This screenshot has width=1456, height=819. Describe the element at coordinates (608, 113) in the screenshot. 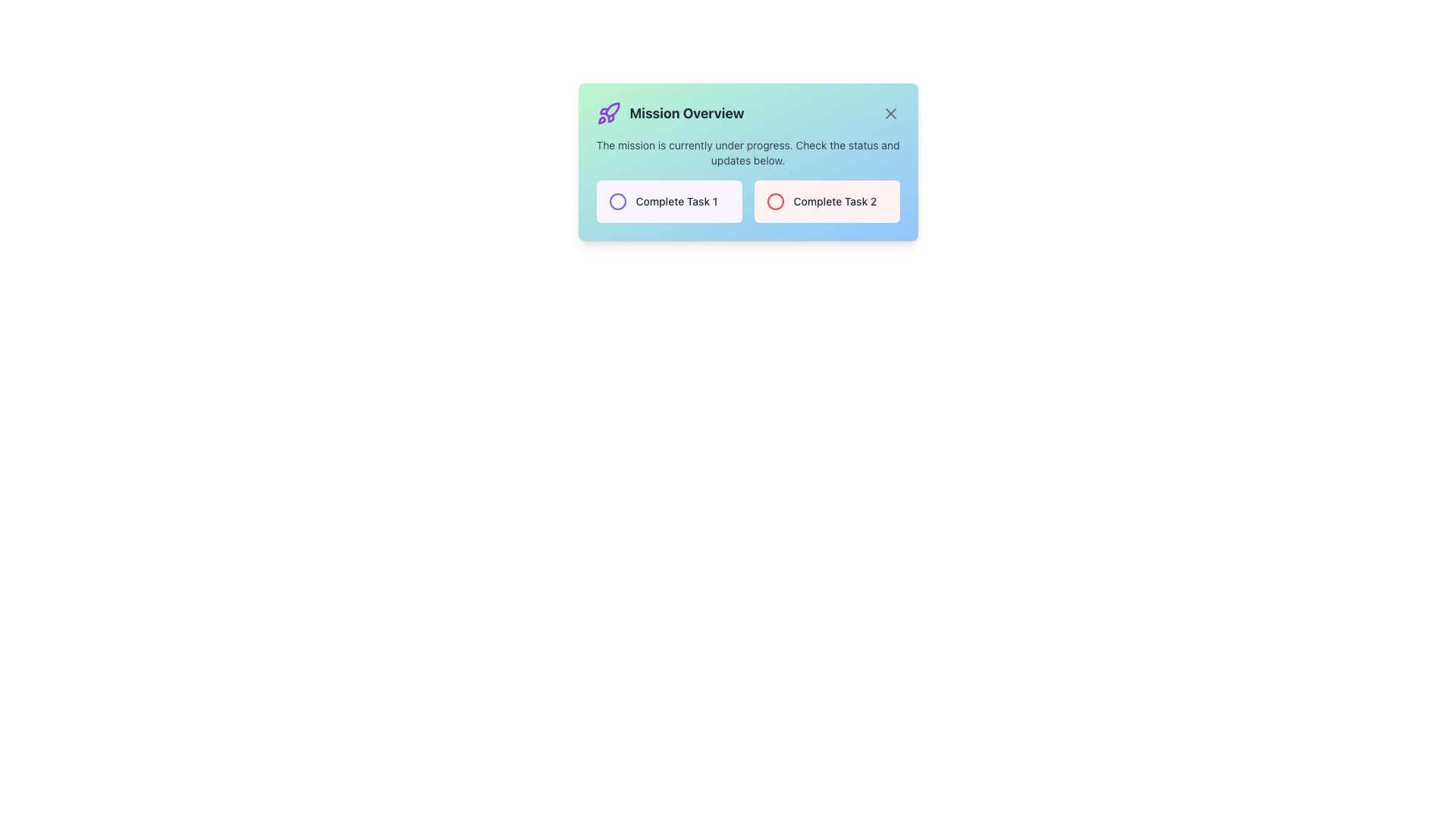

I see `the decorative 'Mission' icon located in the top-left corner of the card, next to the bold text 'Mission Overview'` at that location.